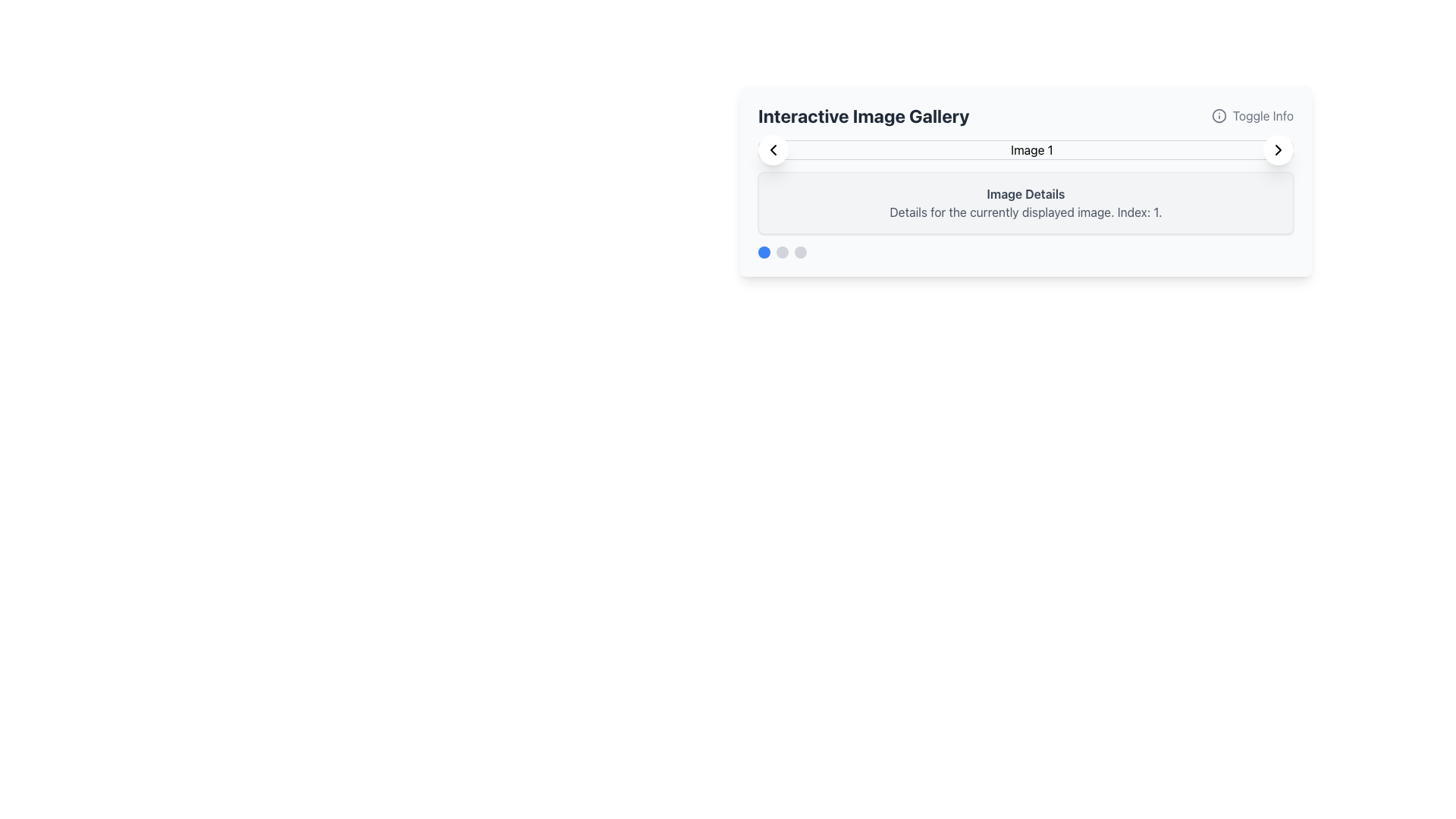  What do you see at coordinates (1219, 115) in the screenshot?
I see `the information toggle icon located at the top-right corner of the interface, before the 'Toggle Info' text` at bounding box center [1219, 115].